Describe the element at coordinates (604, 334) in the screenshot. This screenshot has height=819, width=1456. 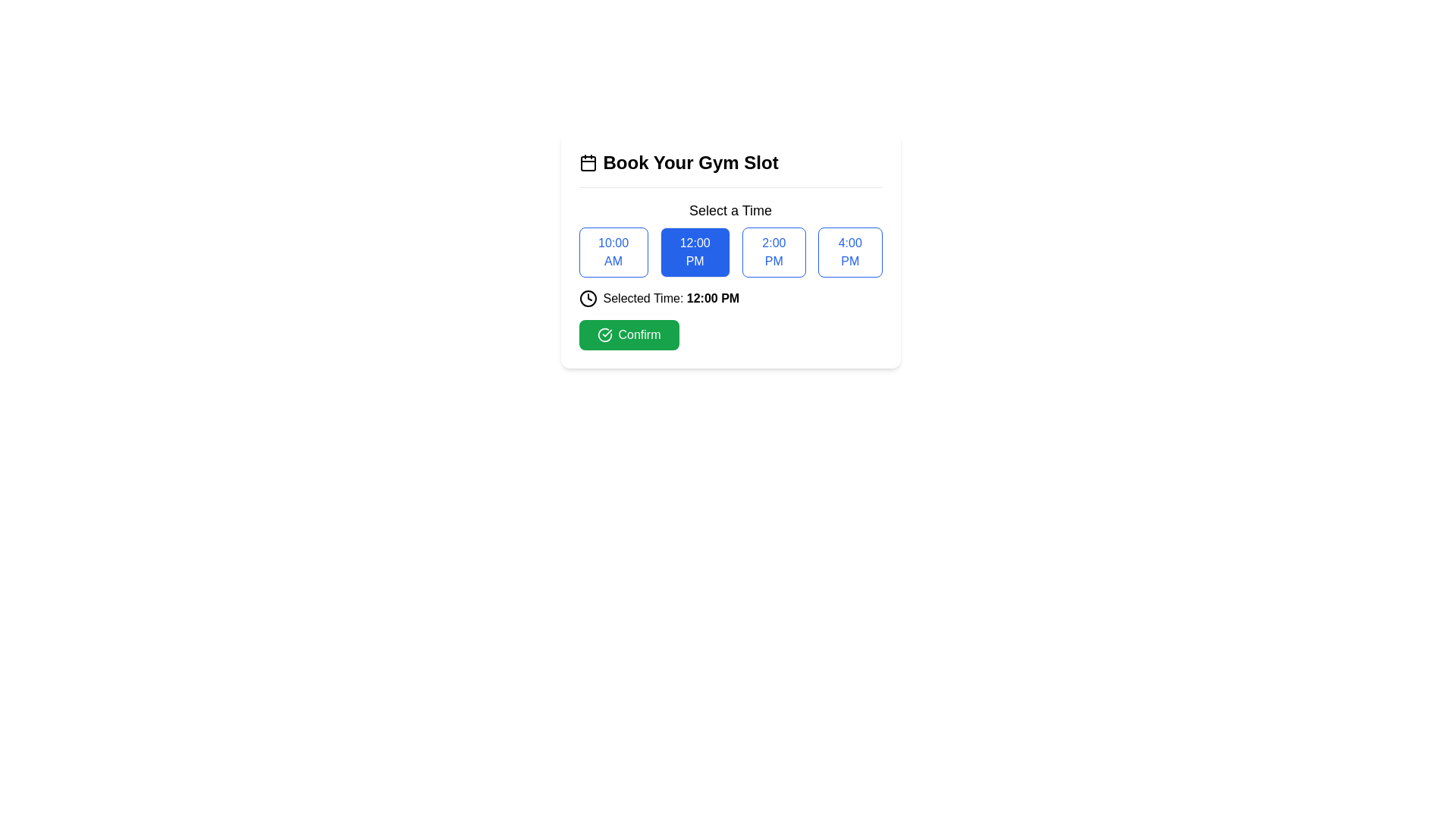
I see `the first segment of the circular graphical icon that is part of an SVG graphic located near the bottom-center of the layout` at that location.